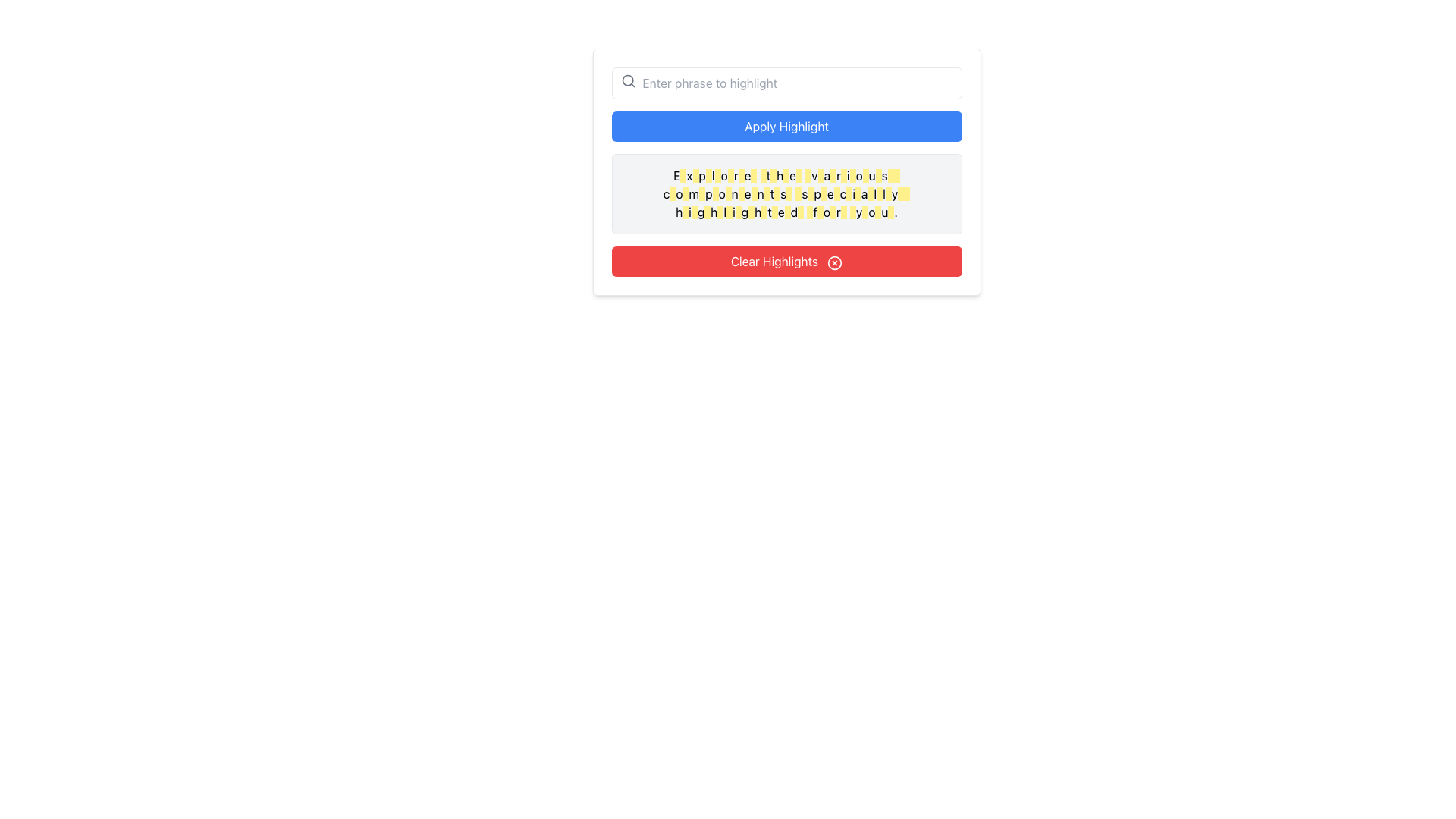 The image size is (1456, 819). Describe the element at coordinates (907, 193) in the screenshot. I see `the highlighted portion at the end of the sentence 'Explore the various components specially highlighted for you.'` at that location.